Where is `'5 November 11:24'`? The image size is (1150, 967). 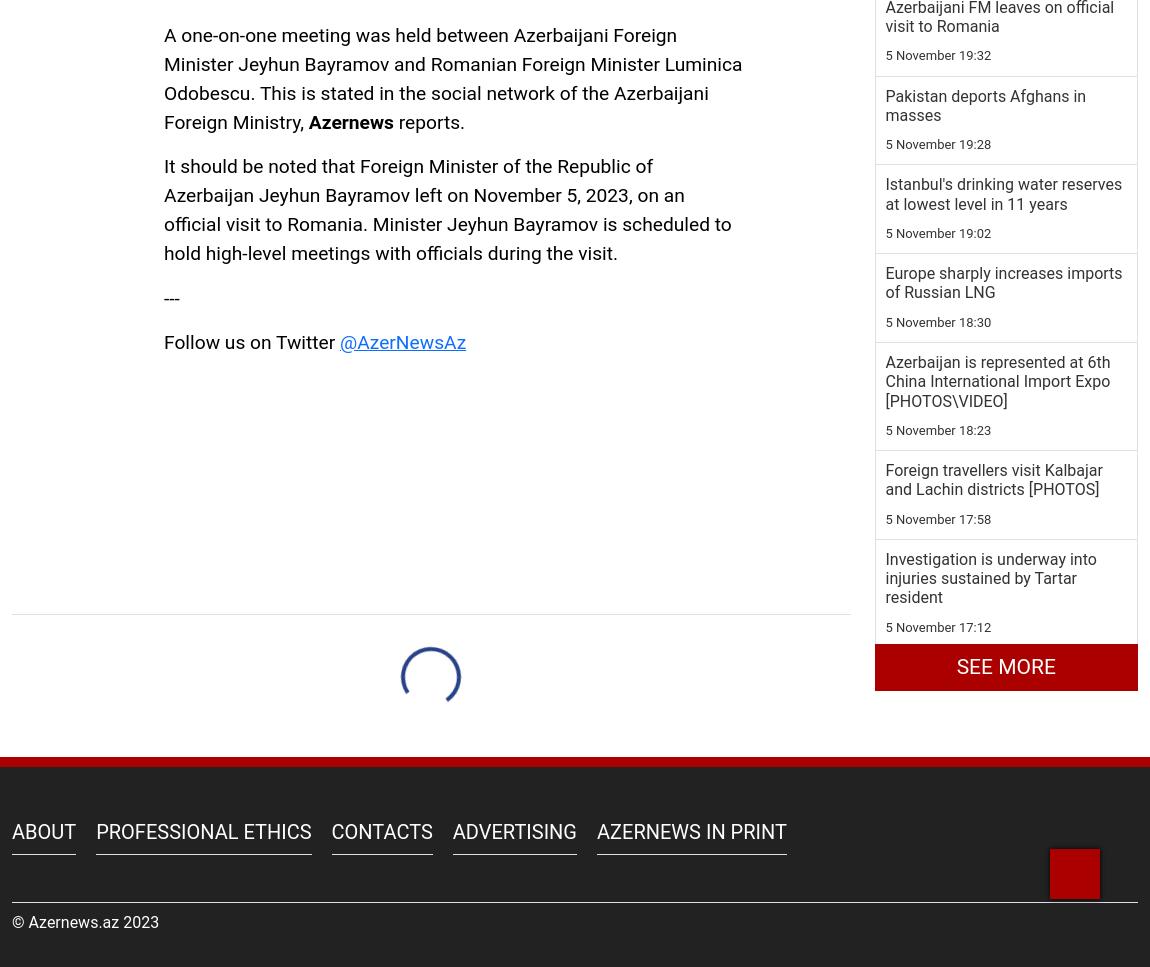 '5 November 11:24' is located at coordinates (885, 262).